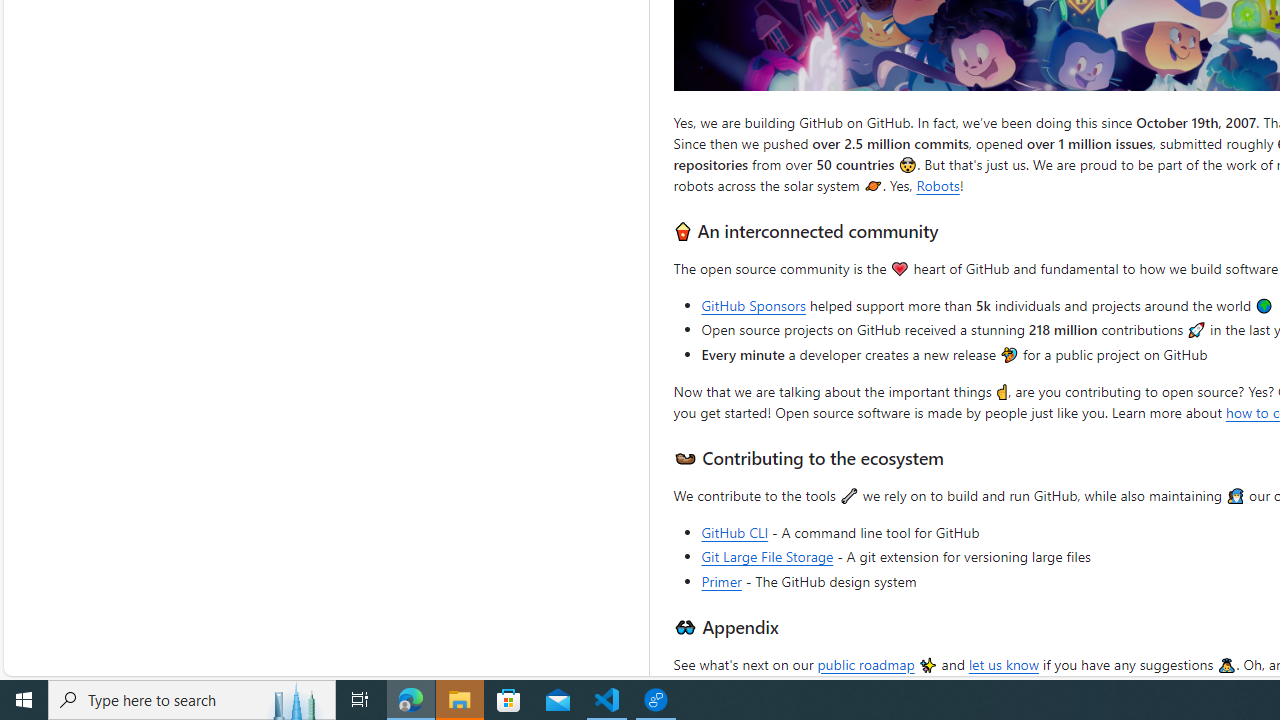 Image resolution: width=1280 pixels, height=720 pixels. What do you see at coordinates (937, 185) in the screenshot?
I see `'Robots'` at bounding box center [937, 185].